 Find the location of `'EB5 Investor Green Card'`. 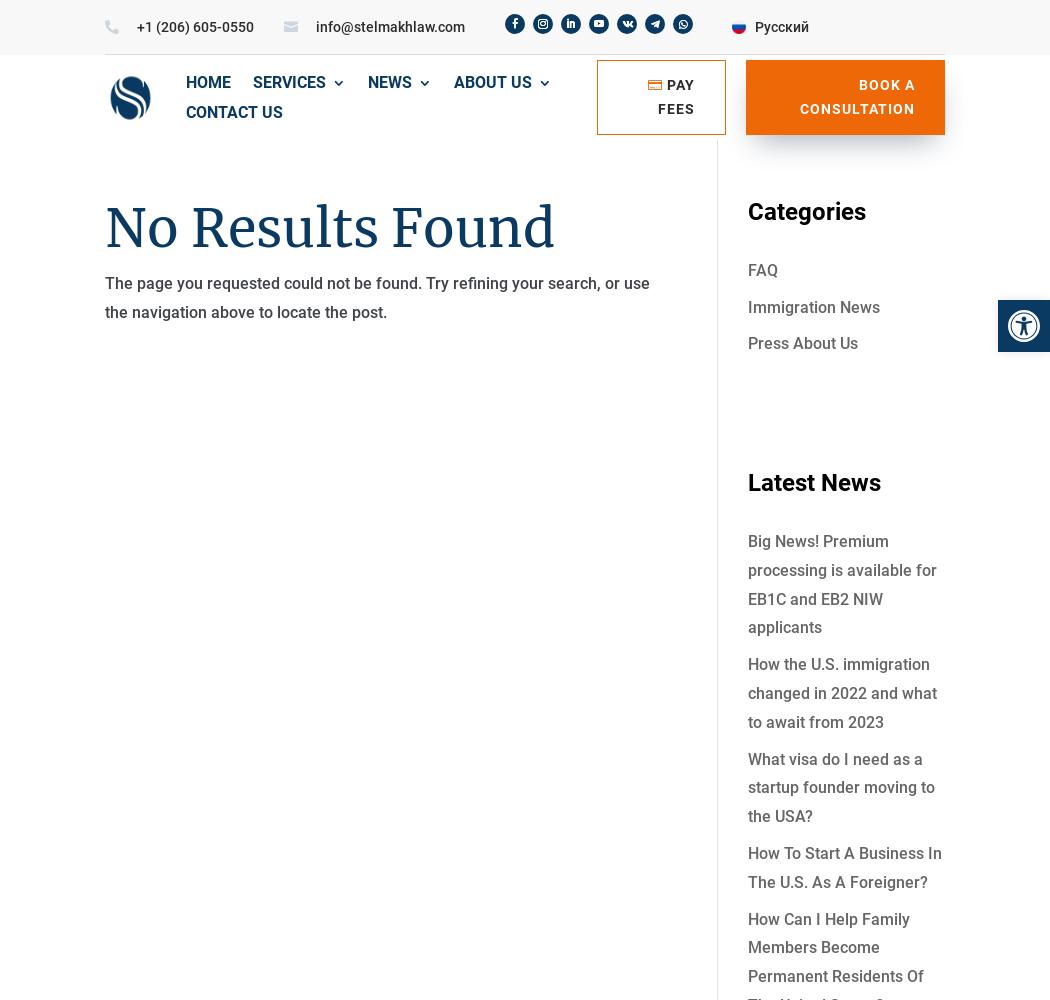

'EB5 Investor Green Card' is located at coordinates (624, 178).